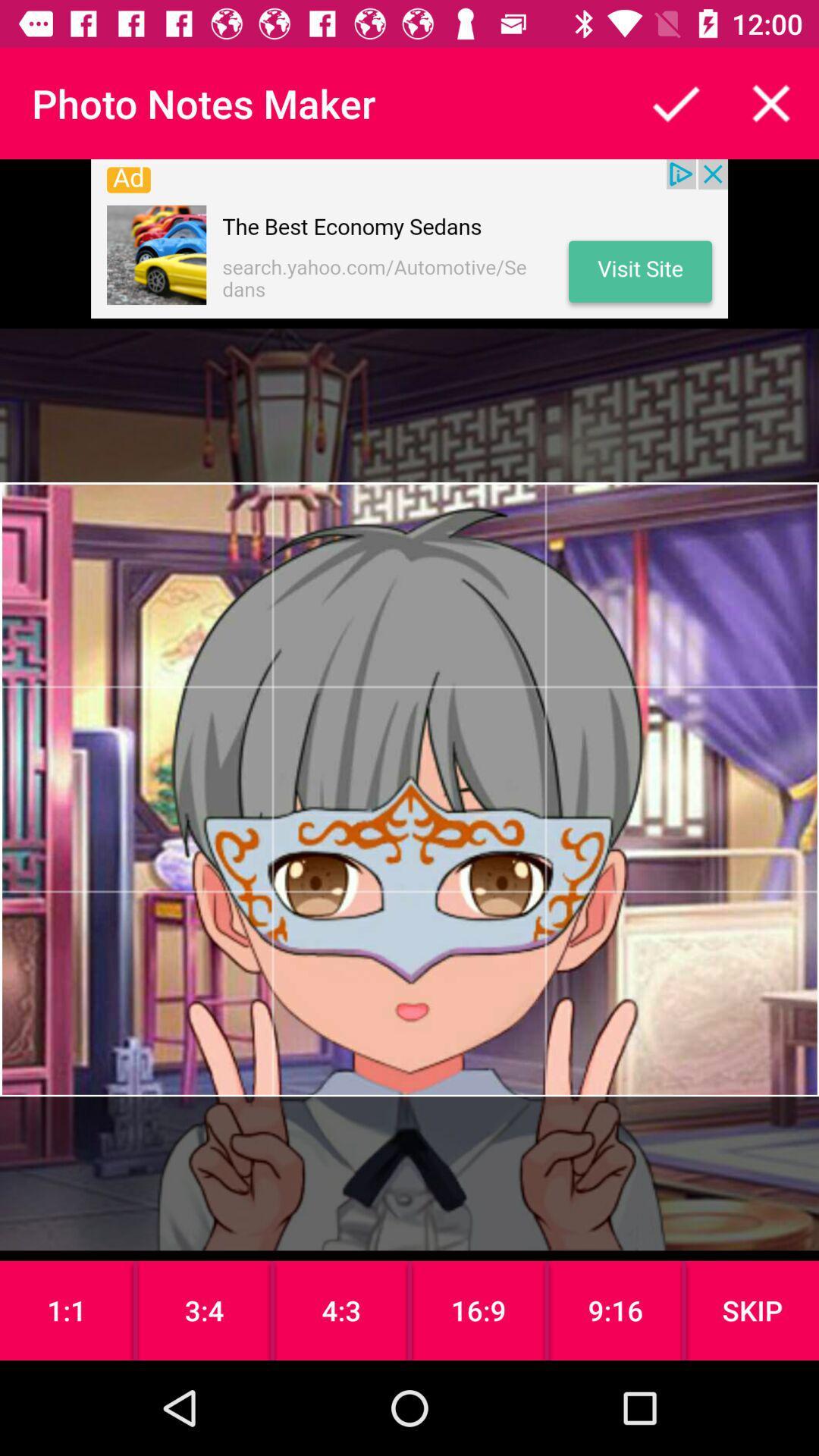 This screenshot has height=1456, width=819. I want to click on ok, so click(675, 102).